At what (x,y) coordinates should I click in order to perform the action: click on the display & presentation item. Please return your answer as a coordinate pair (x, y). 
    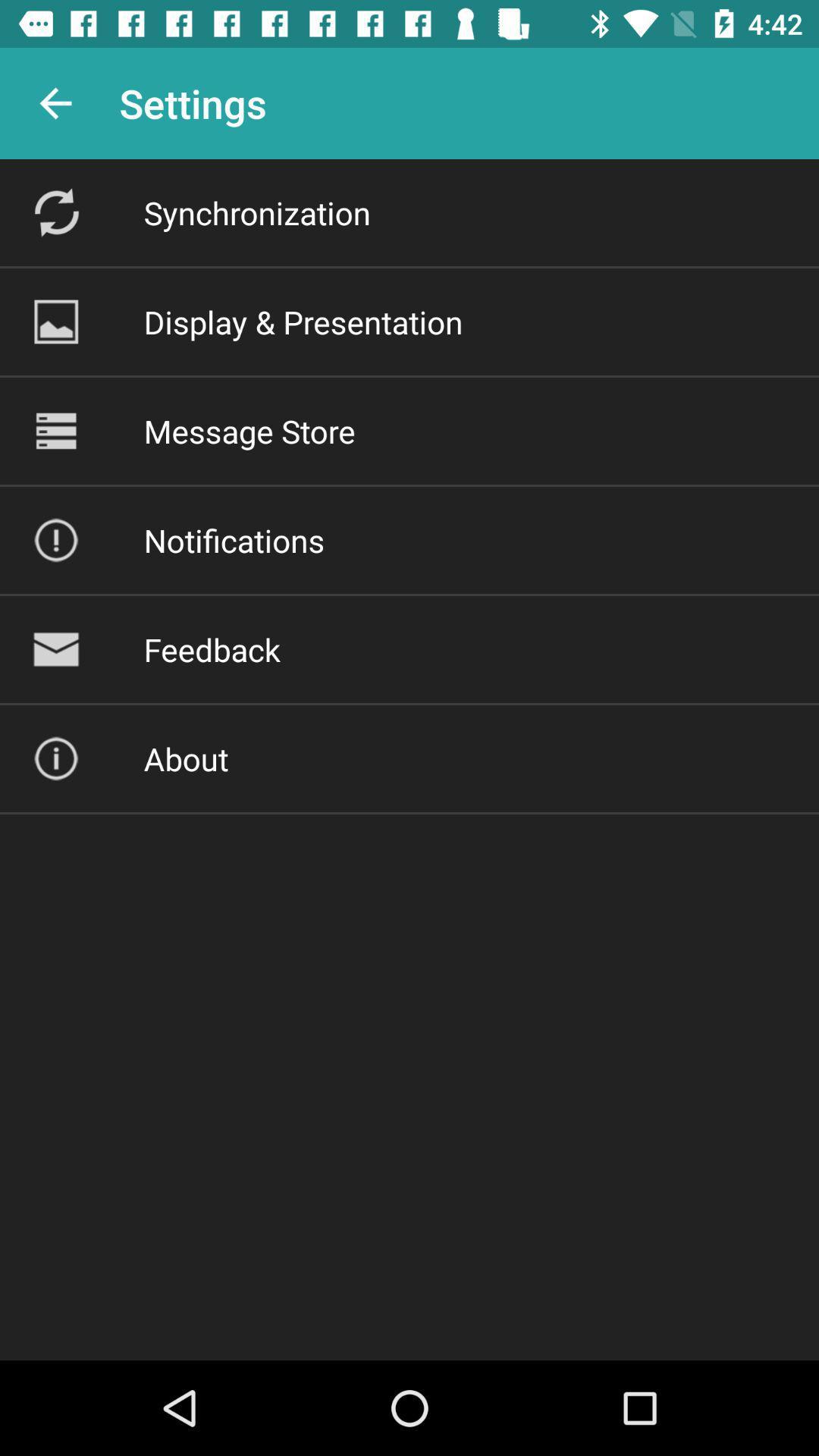
    Looking at the image, I should click on (303, 321).